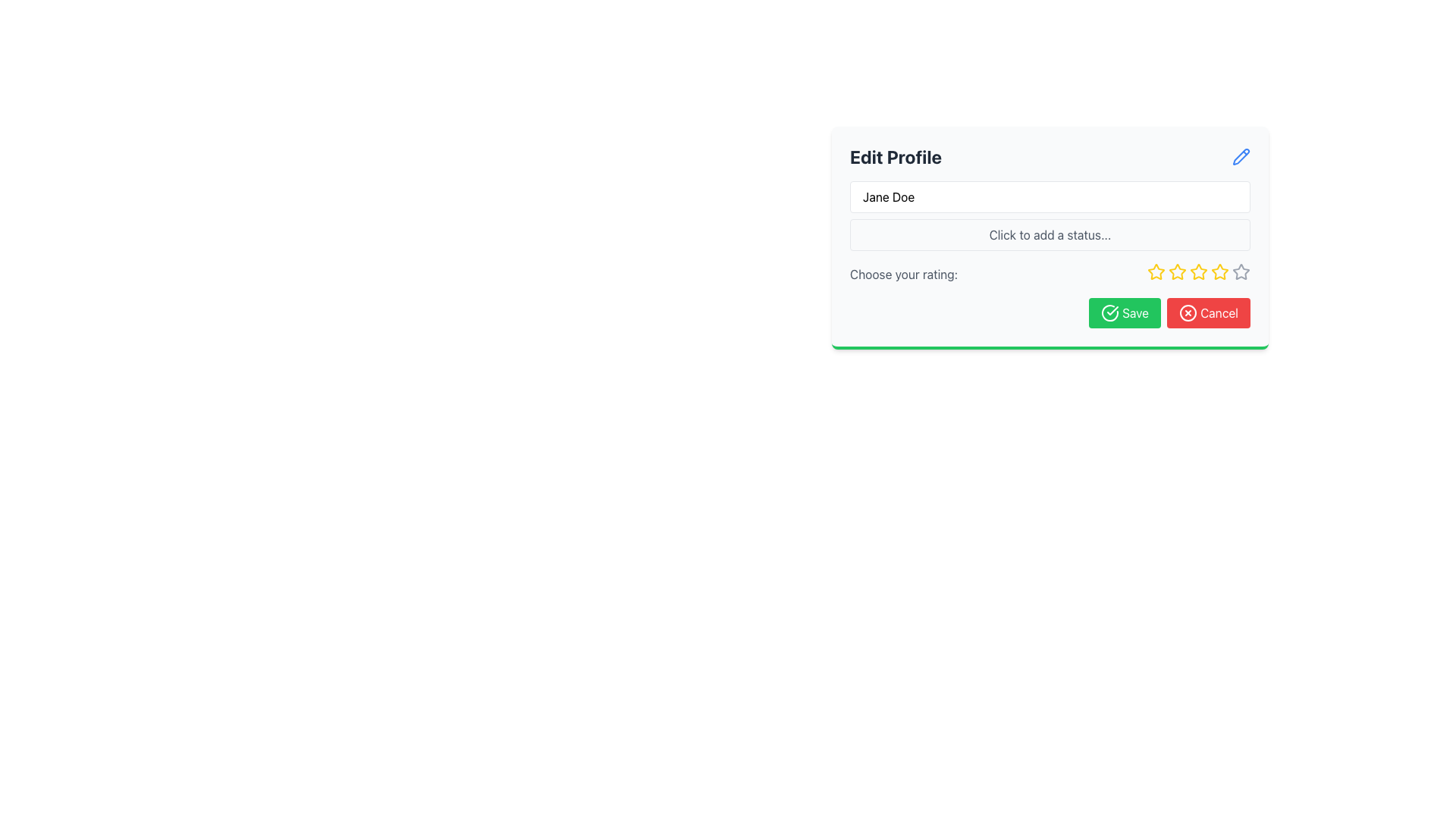  What do you see at coordinates (1241, 155) in the screenshot?
I see `the pencil icon in the top-right corner of the 'Edit Profile' box` at bounding box center [1241, 155].